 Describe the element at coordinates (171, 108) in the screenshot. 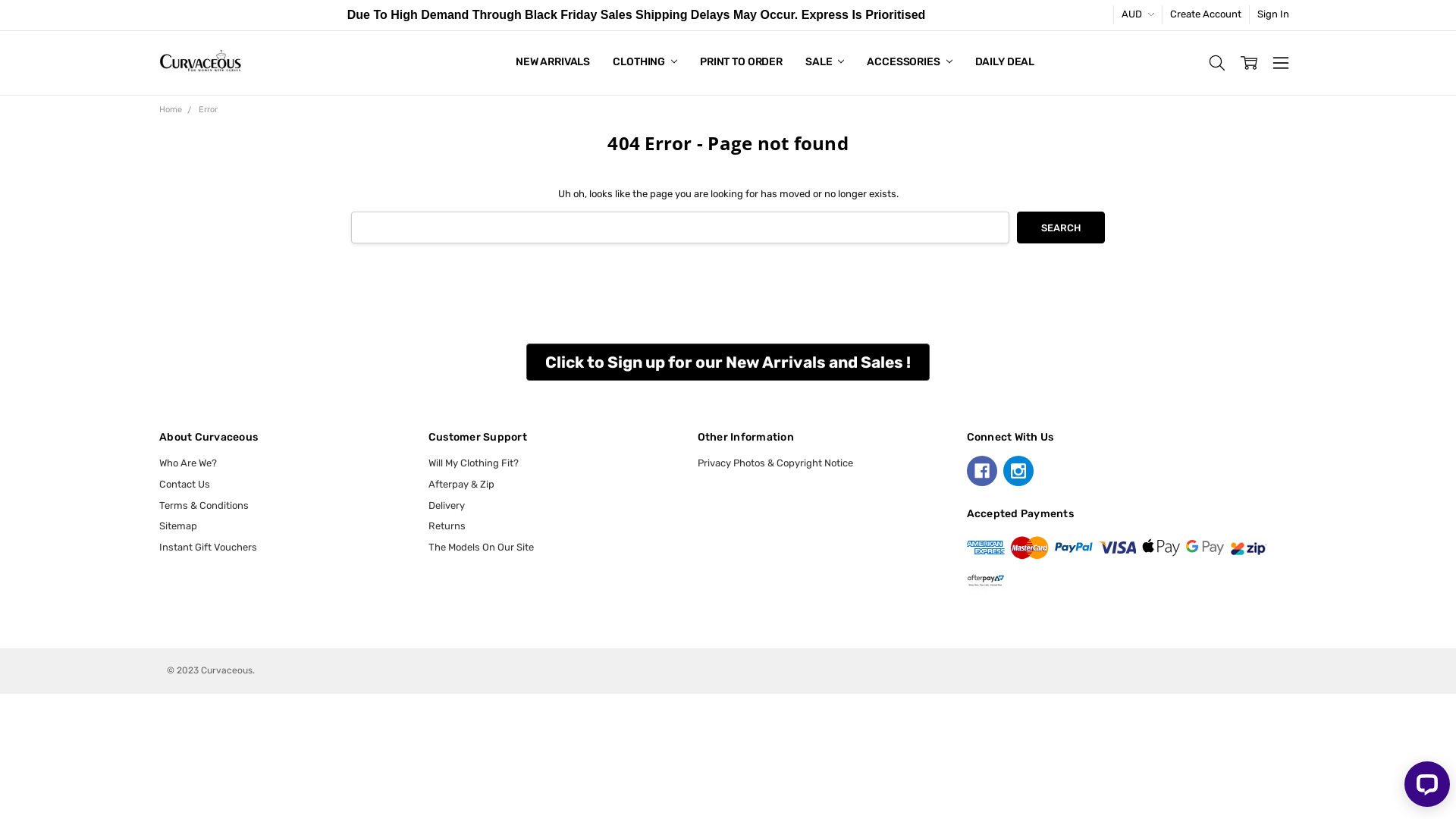

I see `'Home'` at that location.